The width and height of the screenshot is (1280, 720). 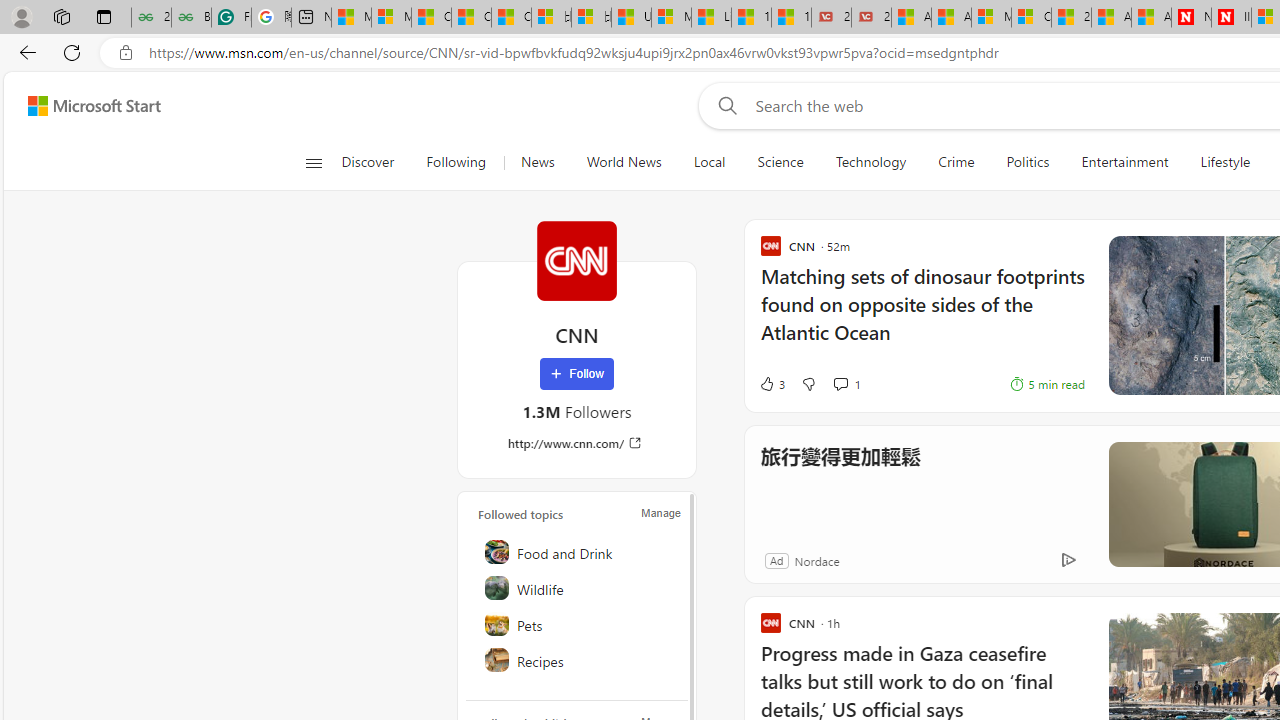 What do you see at coordinates (1125, 162) in the screenshot?
I see `'Entertainment'` at bounding box center [1125, 162].